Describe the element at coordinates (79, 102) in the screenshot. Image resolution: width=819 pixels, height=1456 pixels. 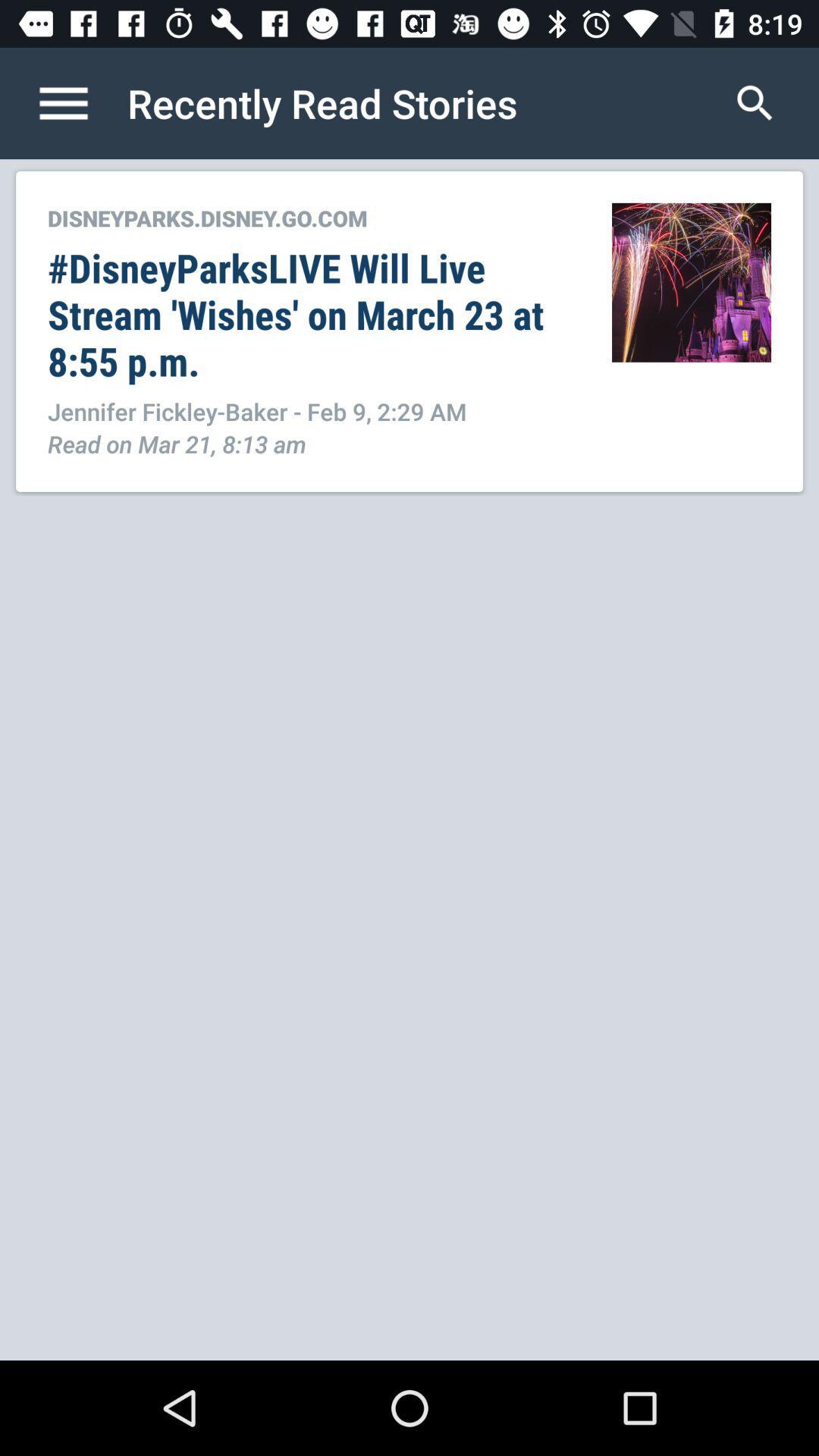
I see `the icon to the left of recently read stories item` at that location.